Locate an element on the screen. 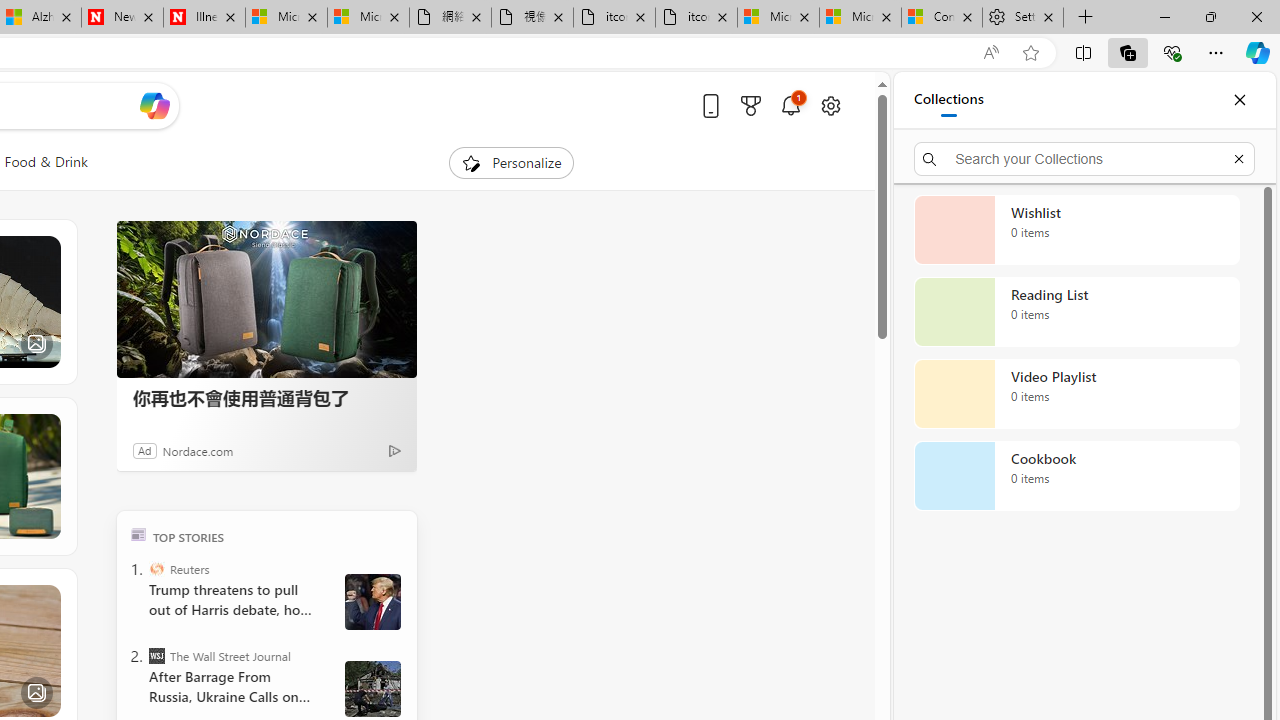 The image size is (1280, 720). 'Reading List collection, 0 items' is located at coordinates (1076, 312).